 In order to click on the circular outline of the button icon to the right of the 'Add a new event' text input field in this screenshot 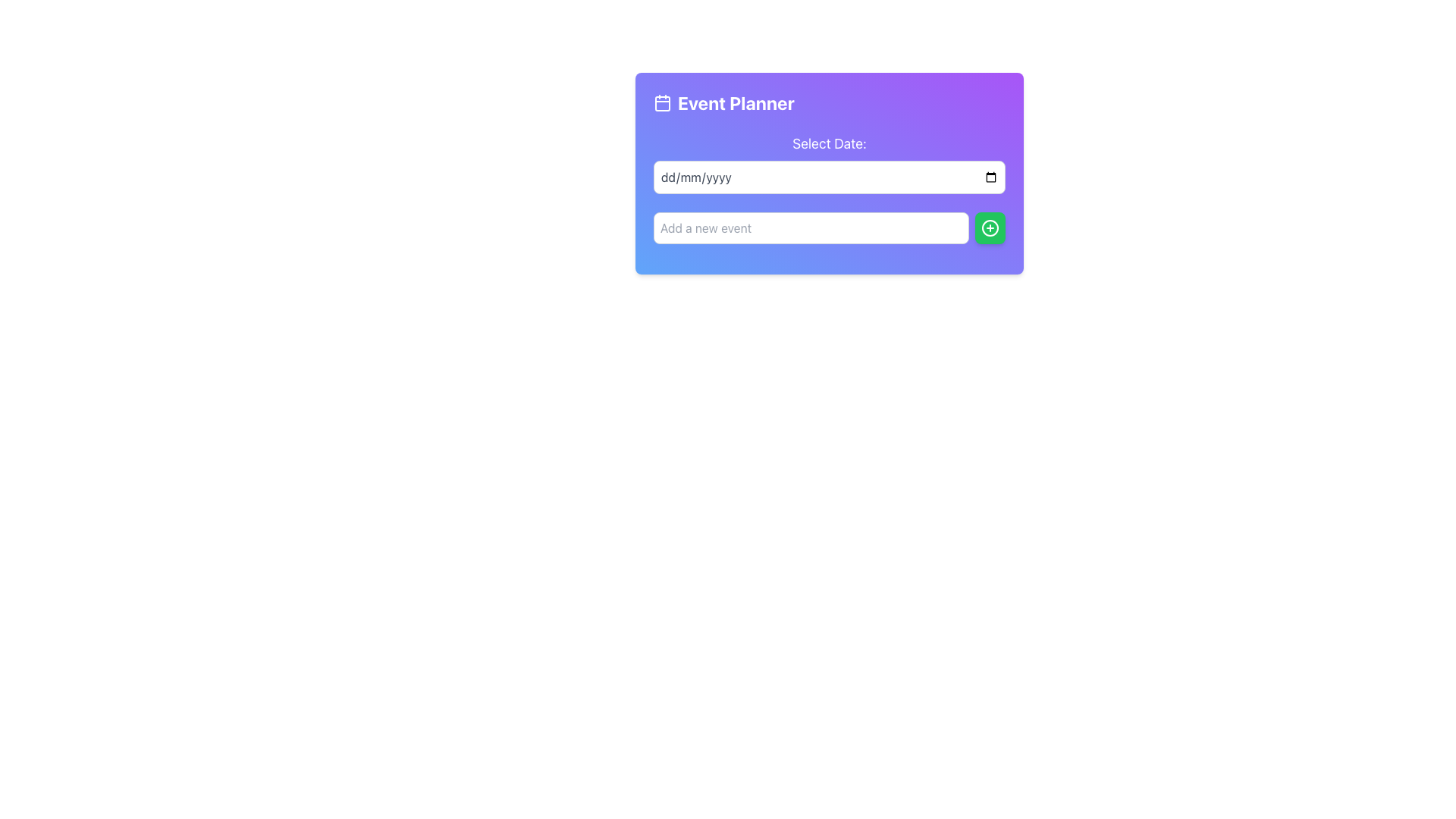, I will do `click(990, 227)`.